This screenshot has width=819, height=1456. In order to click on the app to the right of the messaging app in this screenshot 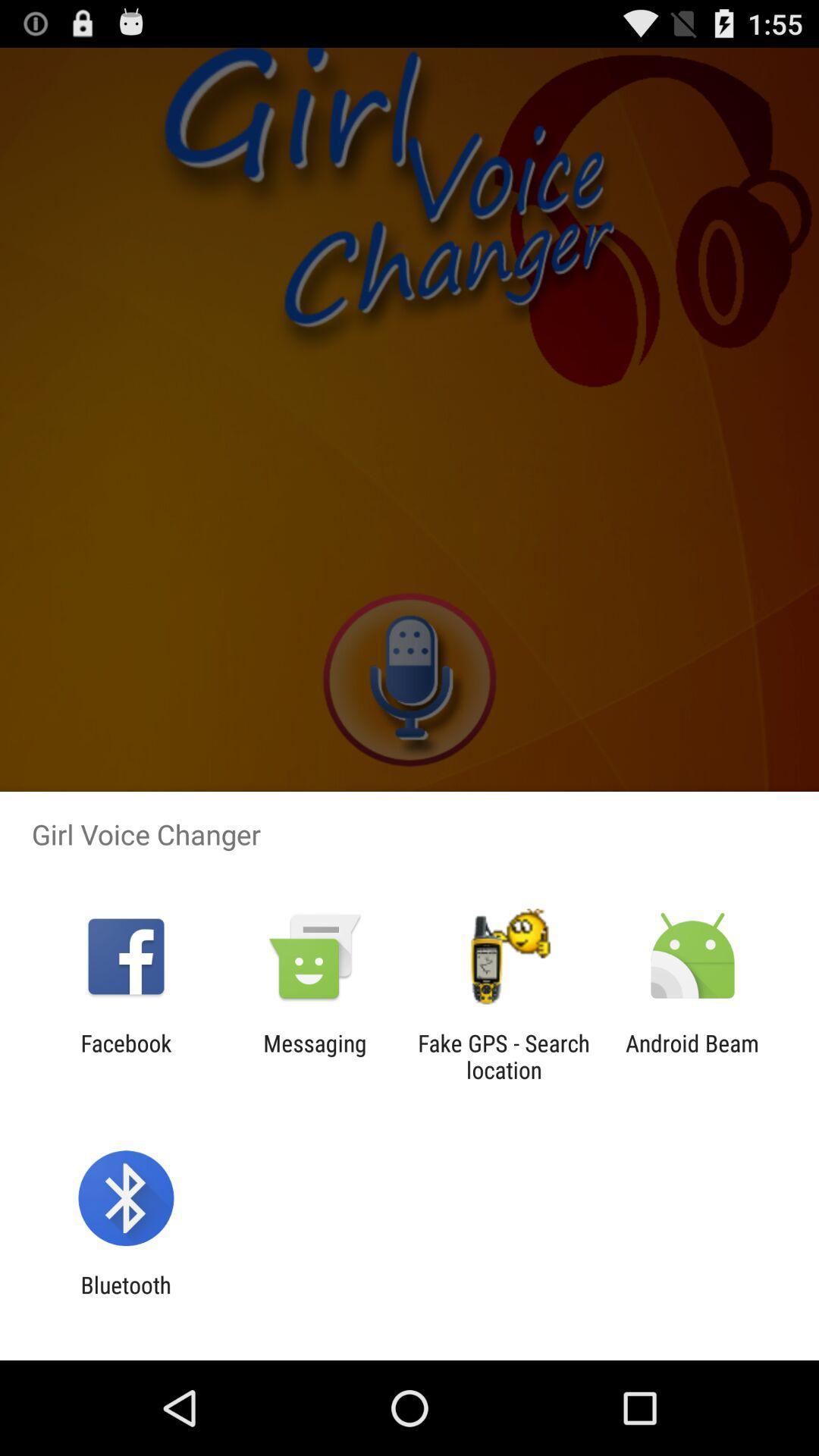, I will do `click(504, 1056)`.